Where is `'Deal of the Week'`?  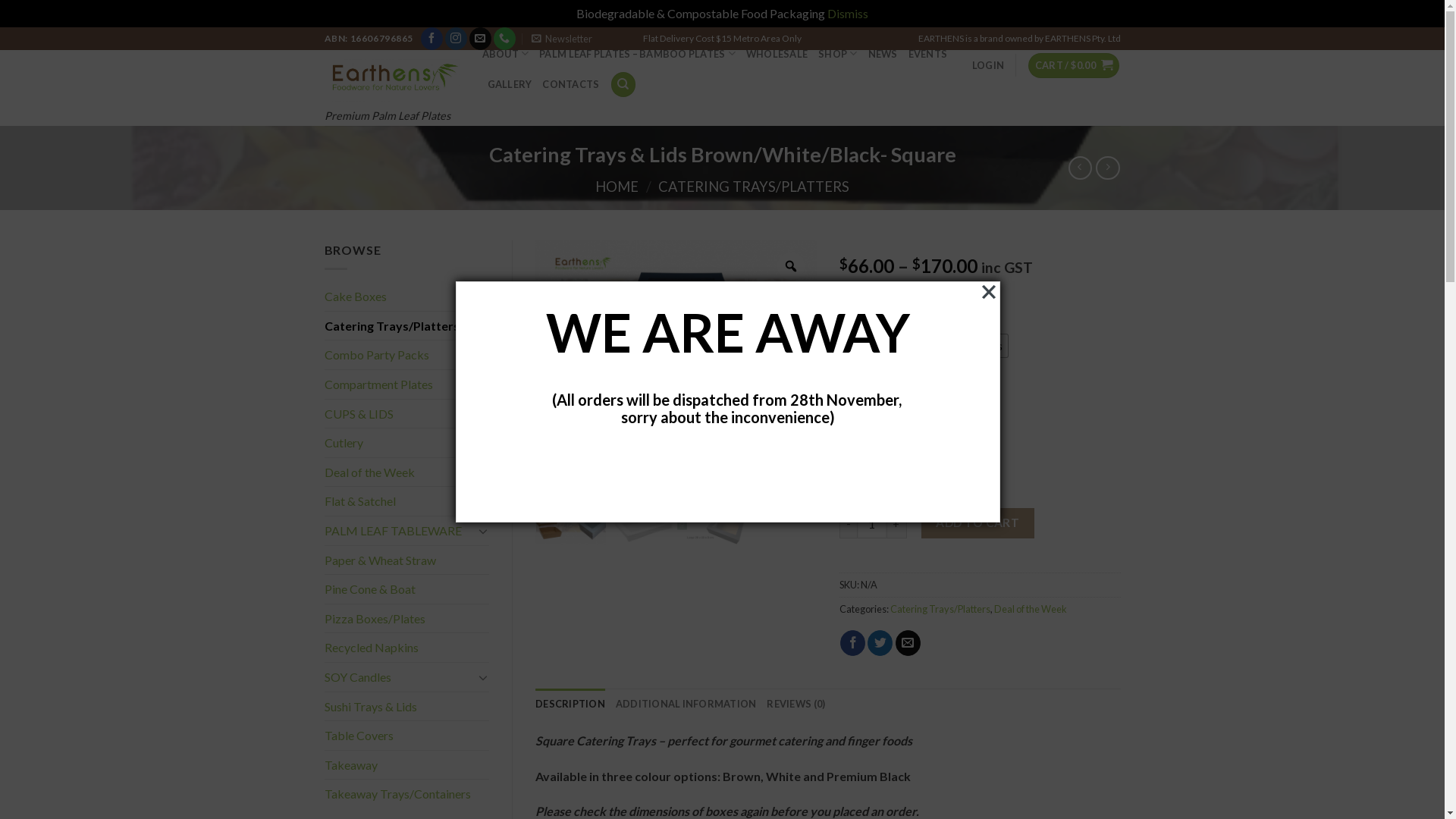 'Deal of the Week' is located at coordinates (399, 472).